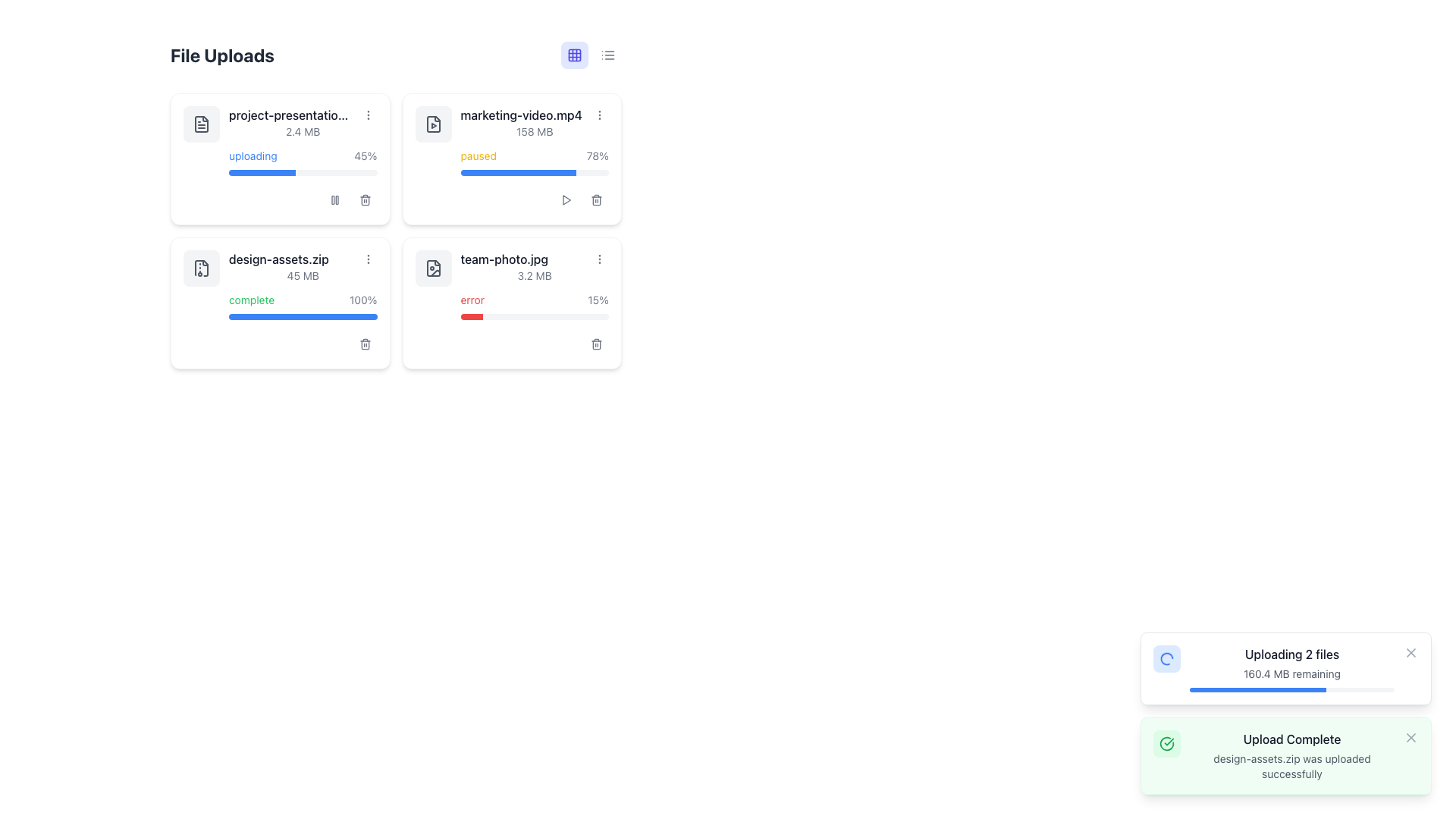 This screenshot has height=819, width=1456. Describe the element at coordinates (596, 344) in the screenshot. I see `the delete button, represented by a small square icon with a trash can graphic, located at the bottom-right corner of the card for the file 'team-photo.jpg'` at that location.